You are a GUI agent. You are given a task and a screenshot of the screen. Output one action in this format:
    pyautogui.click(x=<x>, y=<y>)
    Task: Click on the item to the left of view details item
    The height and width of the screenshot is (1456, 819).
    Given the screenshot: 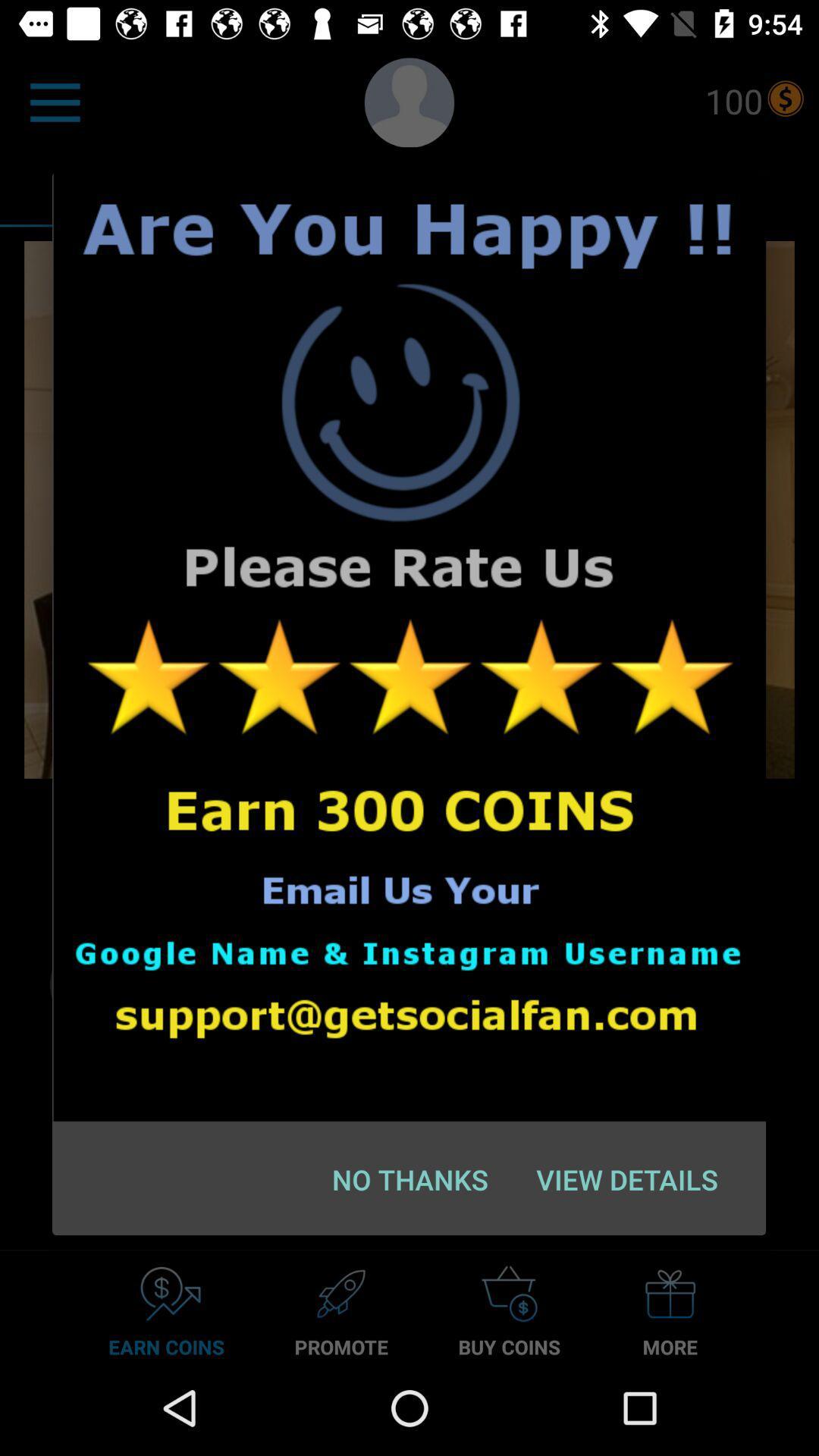 What is the action you would take?
    pyautogui.click(x=410, y=1178)
    